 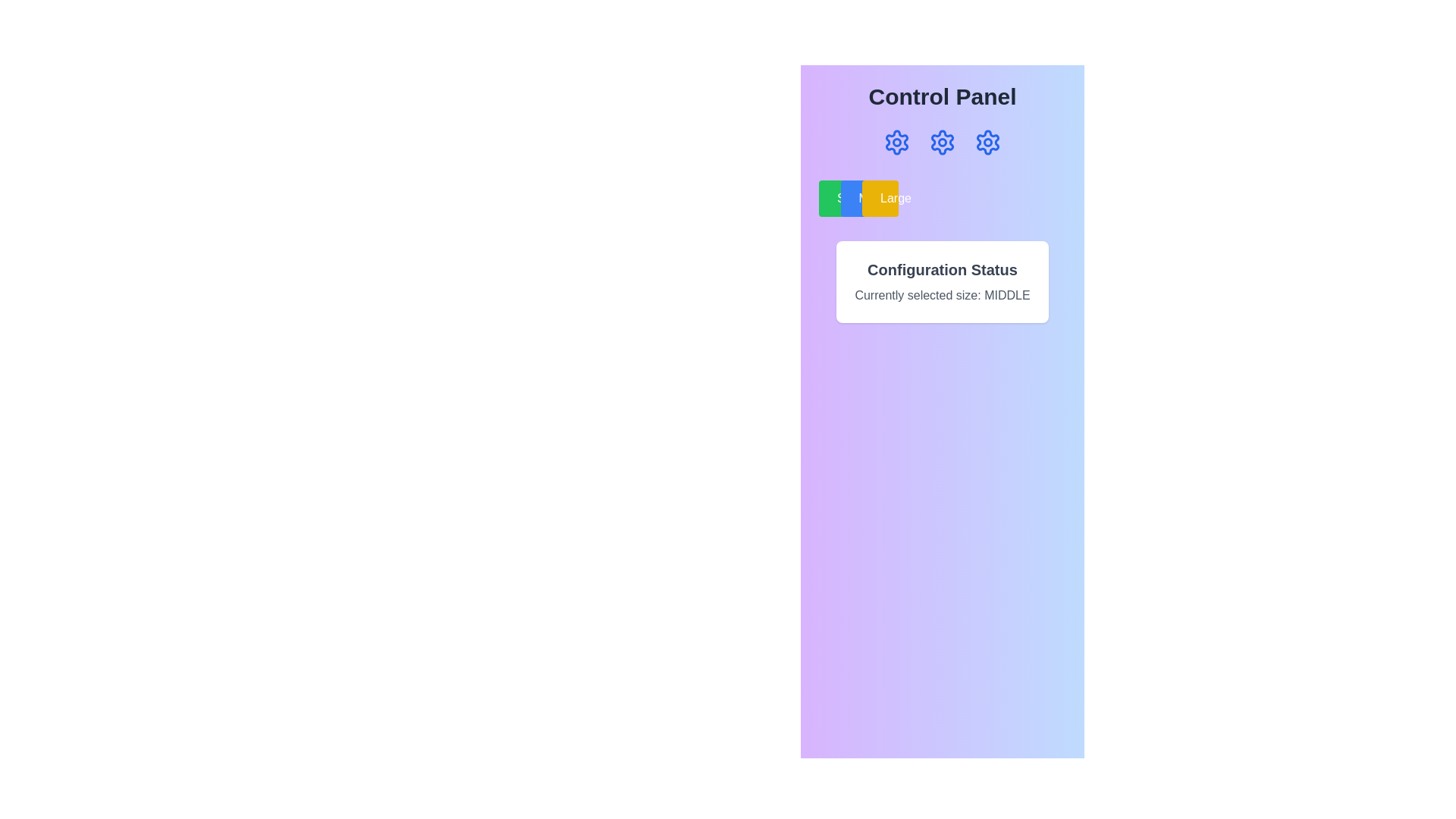 I want to click on the third gear icon in the 'Control Panel' section, so click(x=987, y=143).